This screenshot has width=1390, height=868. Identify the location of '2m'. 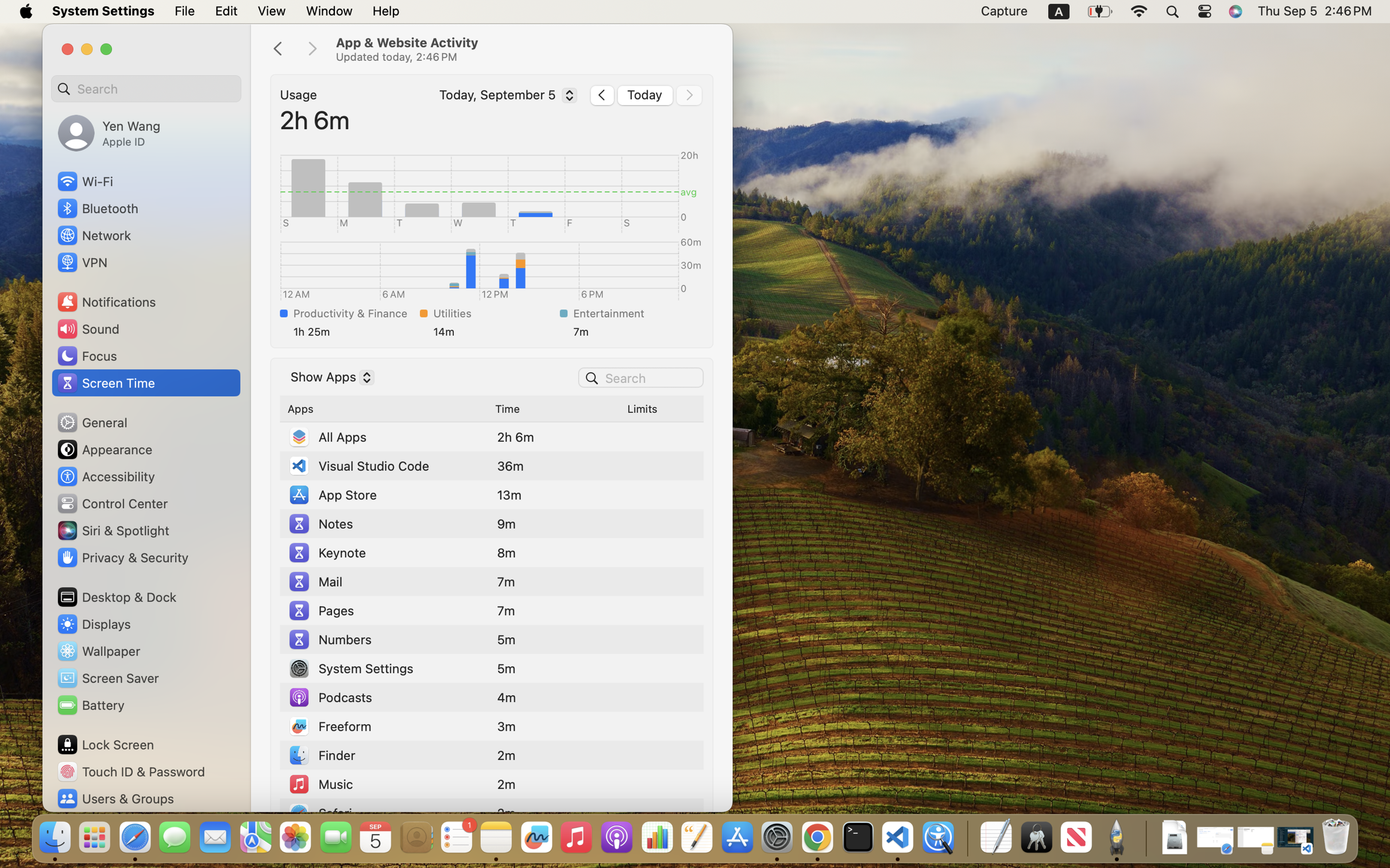
(506, 755).